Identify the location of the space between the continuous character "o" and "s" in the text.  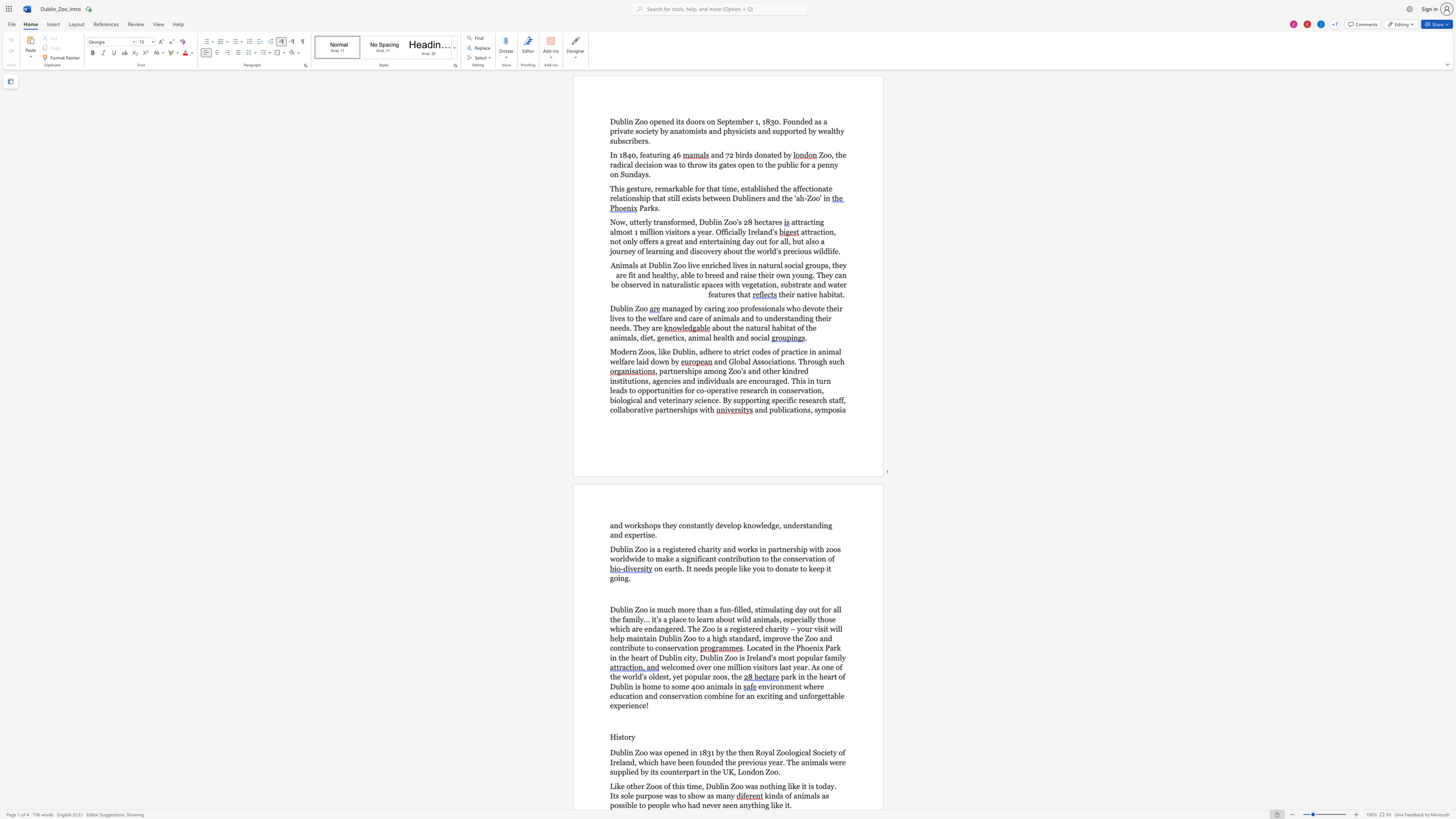
(618, 805).